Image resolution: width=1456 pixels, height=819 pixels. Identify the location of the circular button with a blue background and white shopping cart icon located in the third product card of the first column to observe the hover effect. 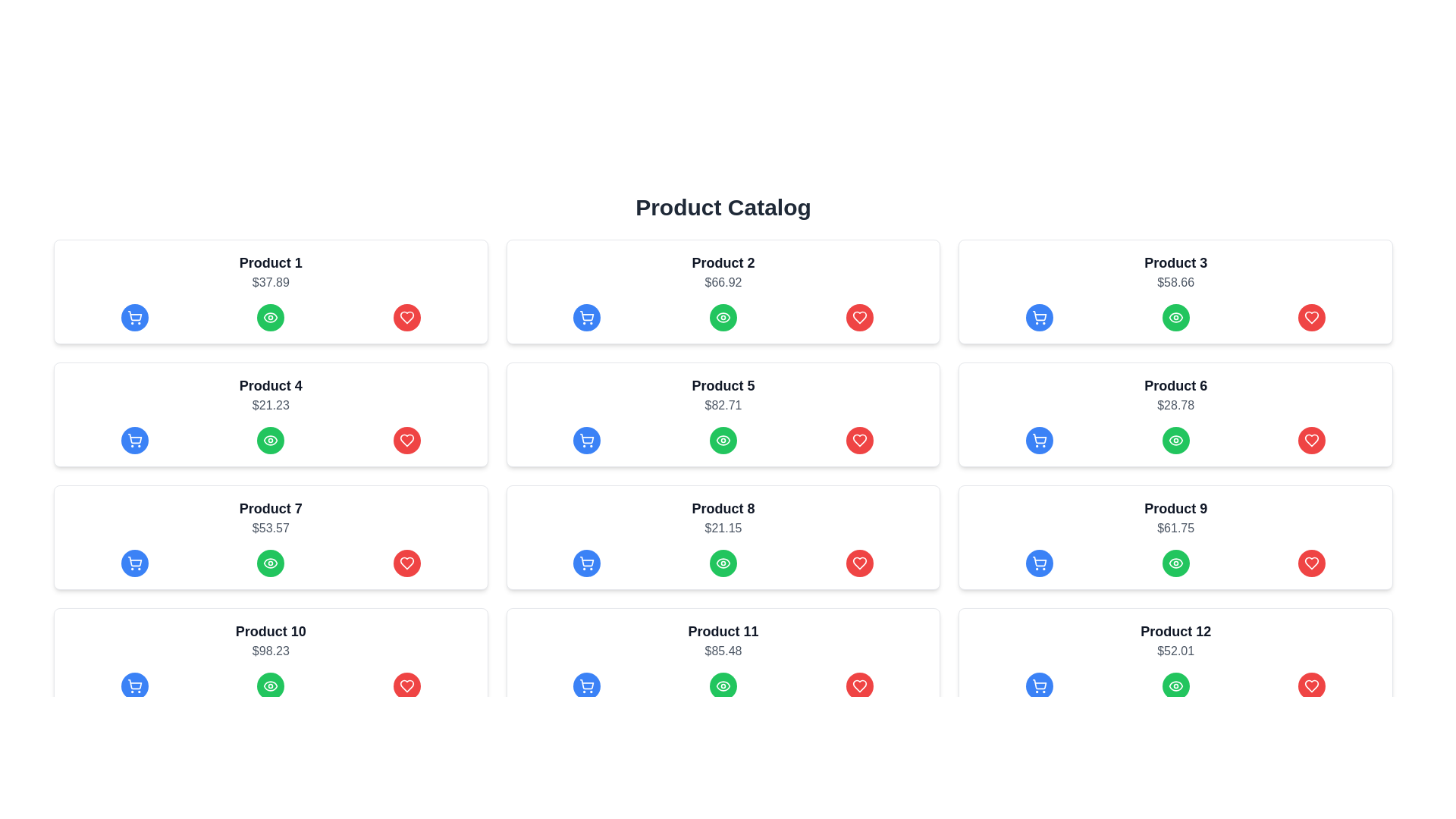
(134, 563).